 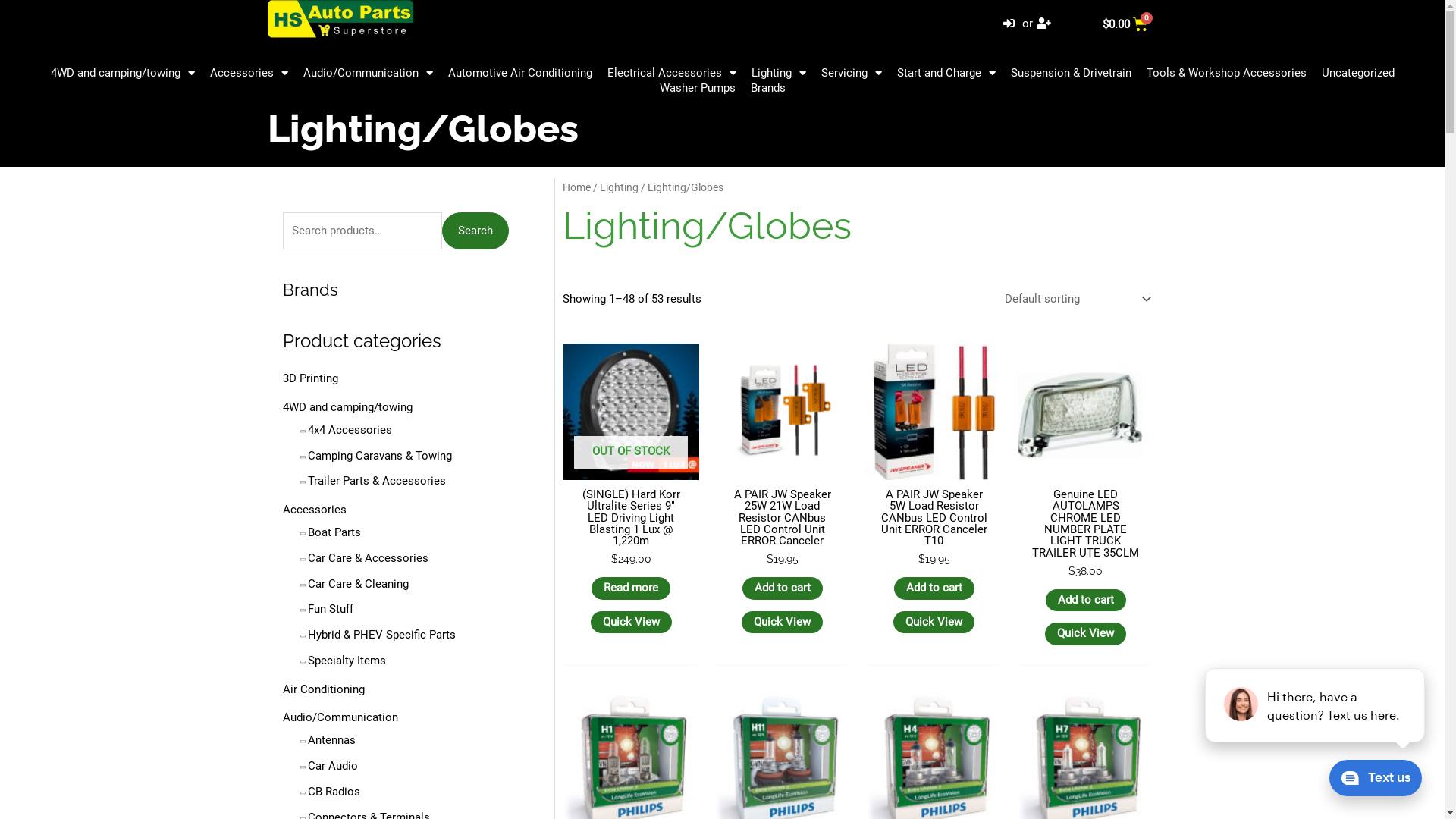 I want to click on 'Lighting', so click(x=619, y=186).